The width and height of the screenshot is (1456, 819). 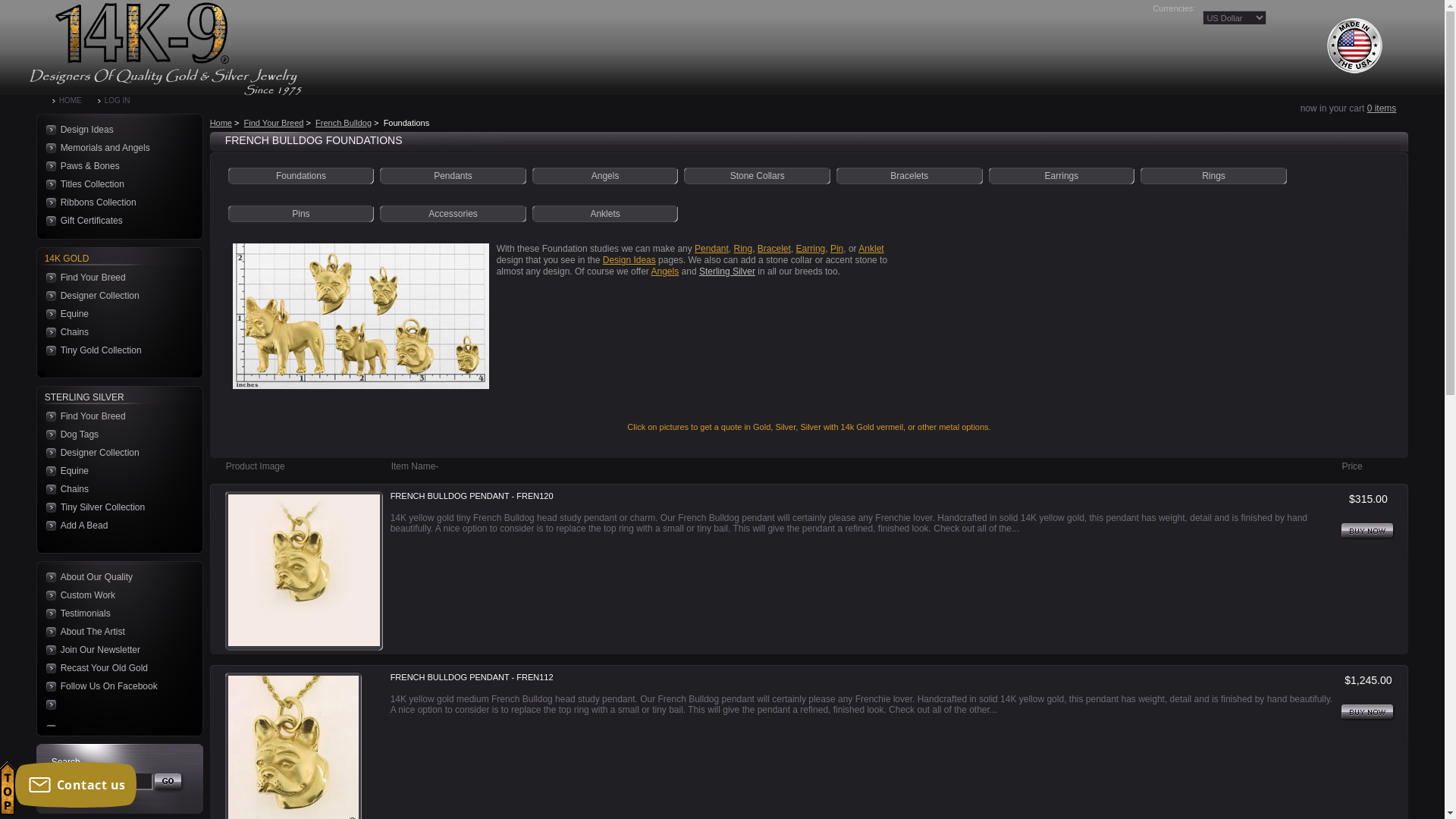 What do you see at coordinates (43, 667) in the screenshot?
I see `'Recast Your Old Gold'` at bounding box center [43, 667].